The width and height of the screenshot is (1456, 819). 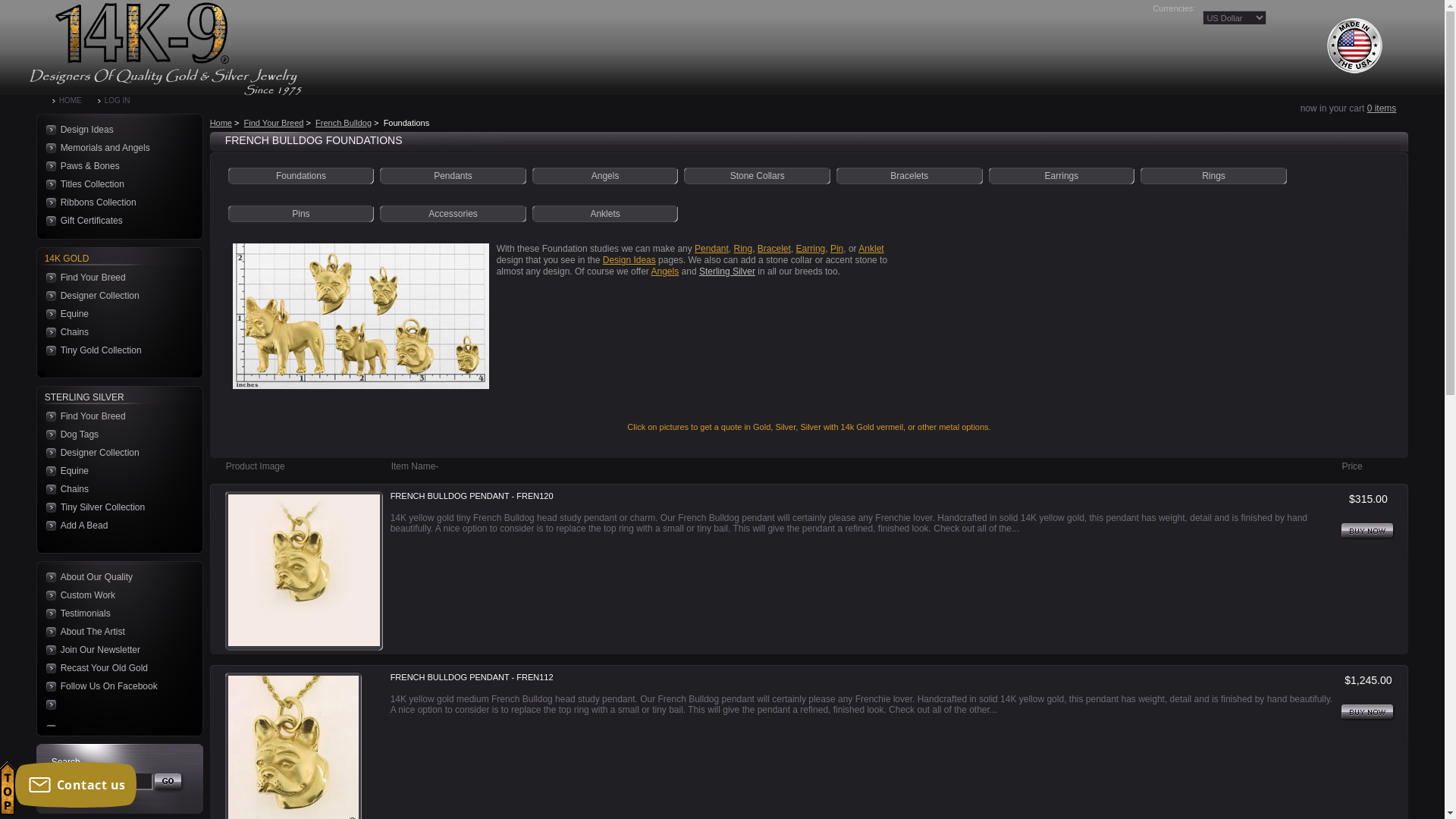 What do you see at coordinates (43, 667) in the screenshot?
I see `'Recast Your Old Gold'` at bounding box center [43, 667].